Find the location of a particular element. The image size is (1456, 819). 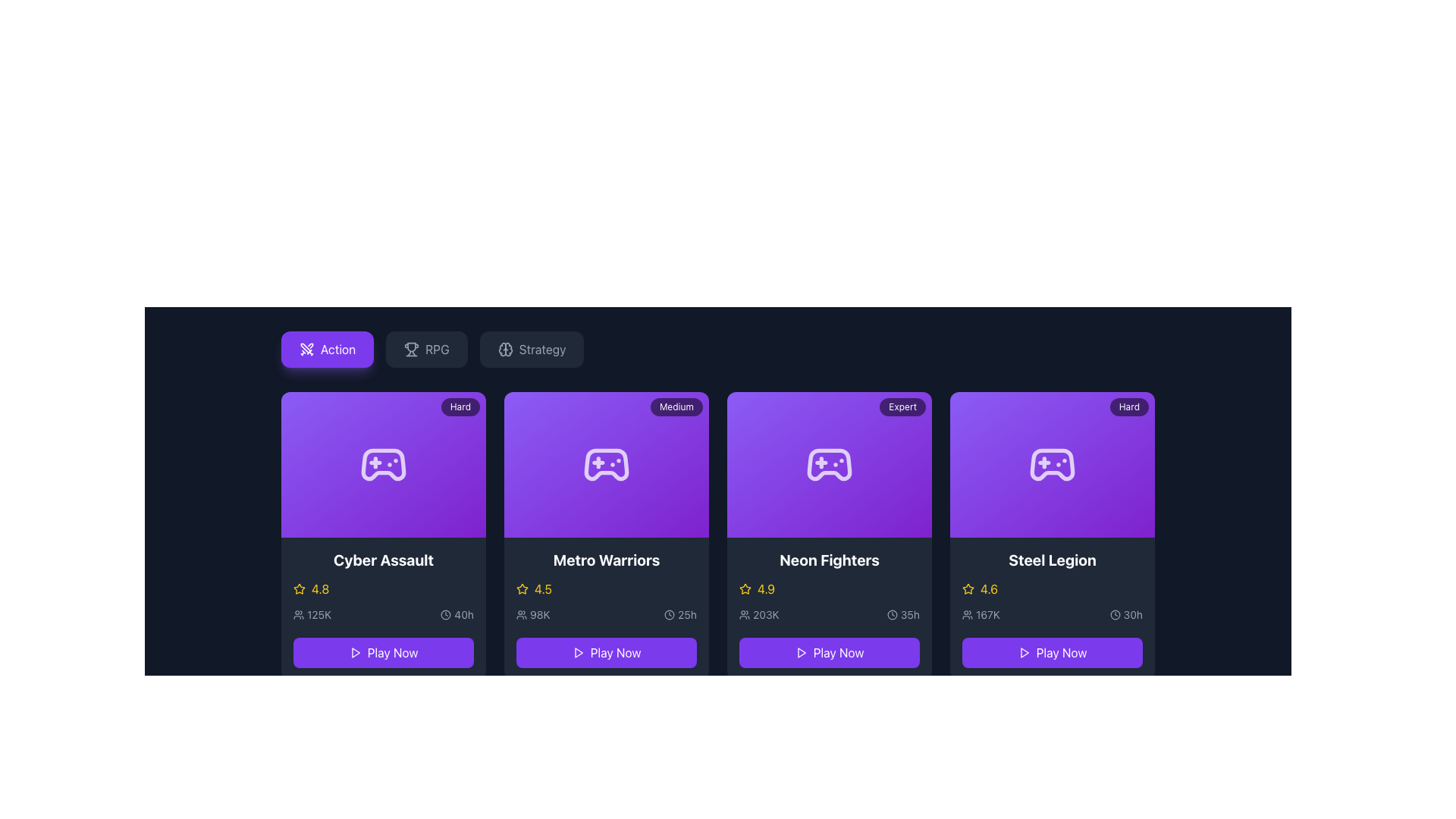

the rectangular purple button with rounded corners that has a white crossed swords icon and the text 'Action' is located at coordinates (327, 350).